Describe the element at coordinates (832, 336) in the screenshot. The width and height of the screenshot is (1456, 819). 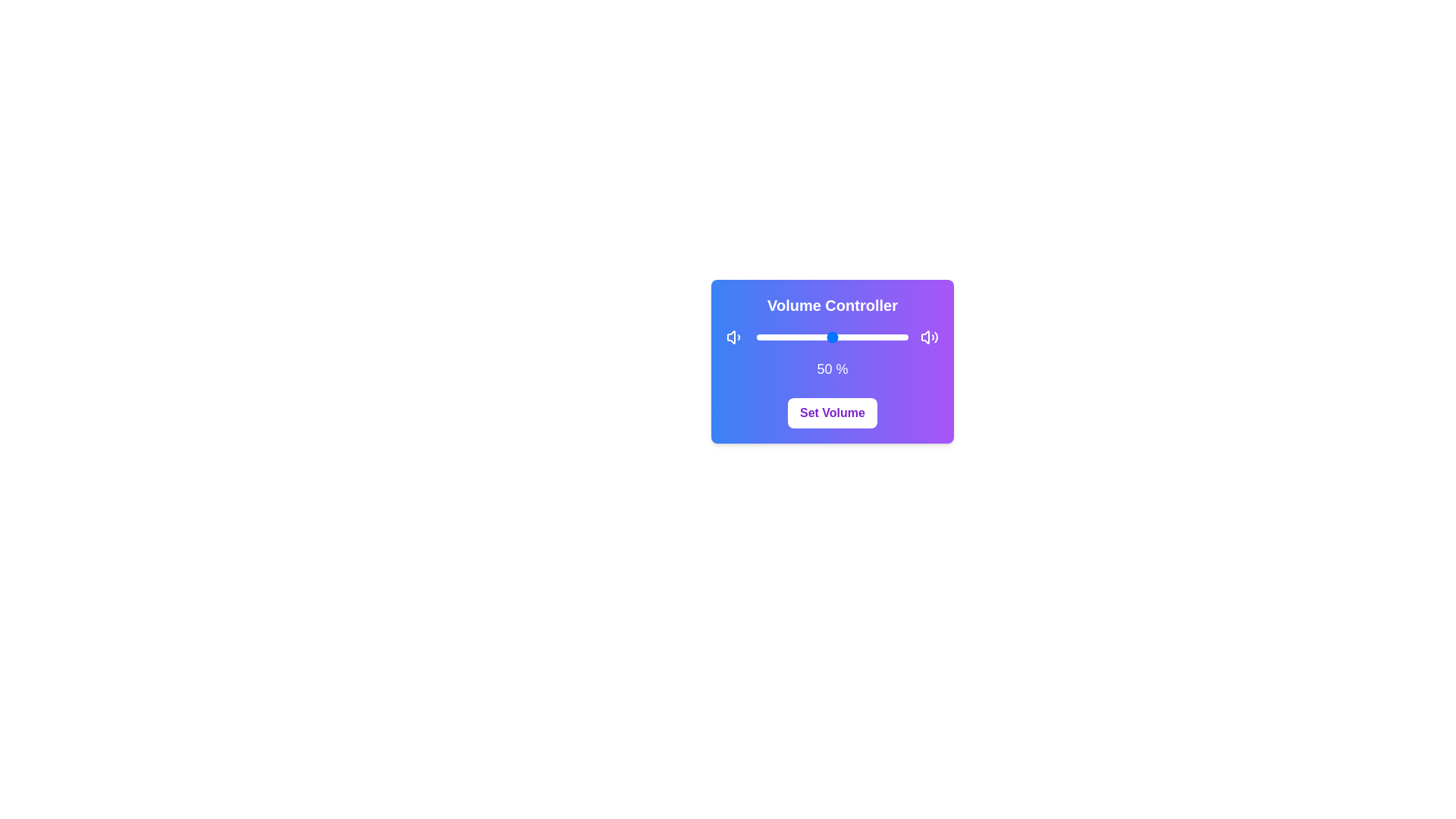
I see `the slider to set the volume to 50%` at that location.